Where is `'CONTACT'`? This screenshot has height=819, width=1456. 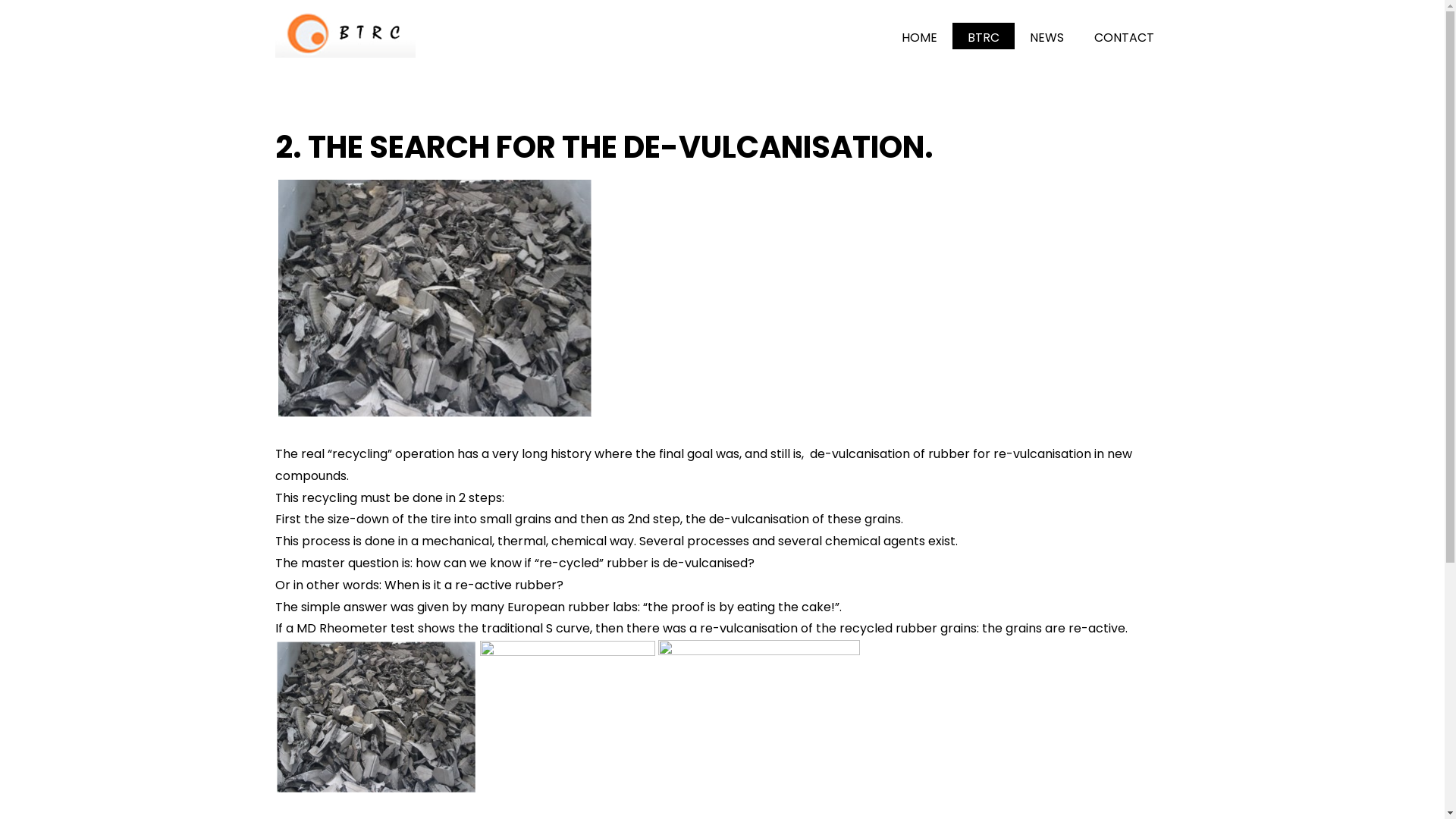 'CONTACT' is located at coordinates (1078, 35).